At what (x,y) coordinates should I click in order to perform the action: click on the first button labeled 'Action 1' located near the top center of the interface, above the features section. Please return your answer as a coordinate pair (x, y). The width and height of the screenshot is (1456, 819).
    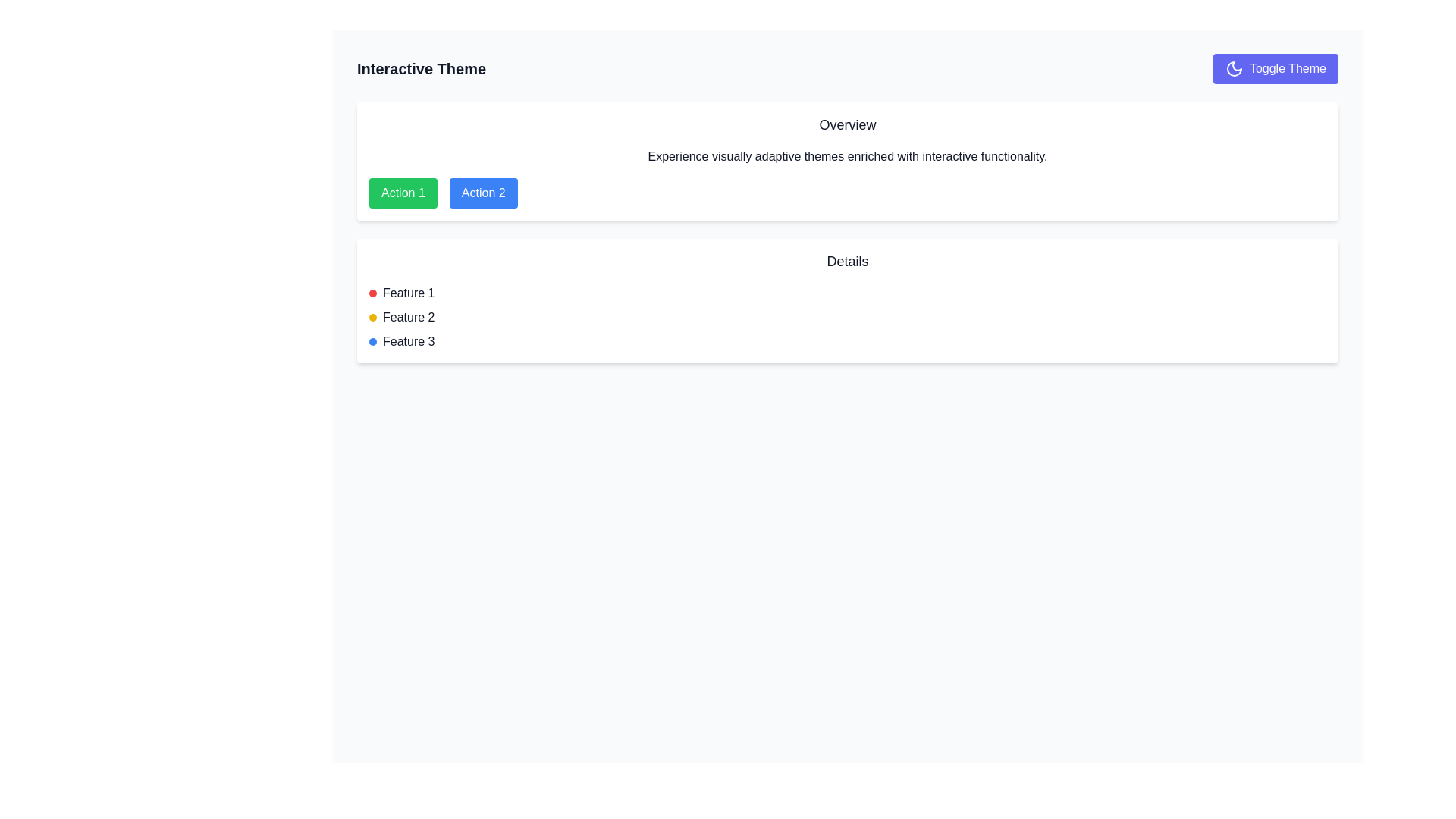
    Looking at the image, I should click on (403, 192).